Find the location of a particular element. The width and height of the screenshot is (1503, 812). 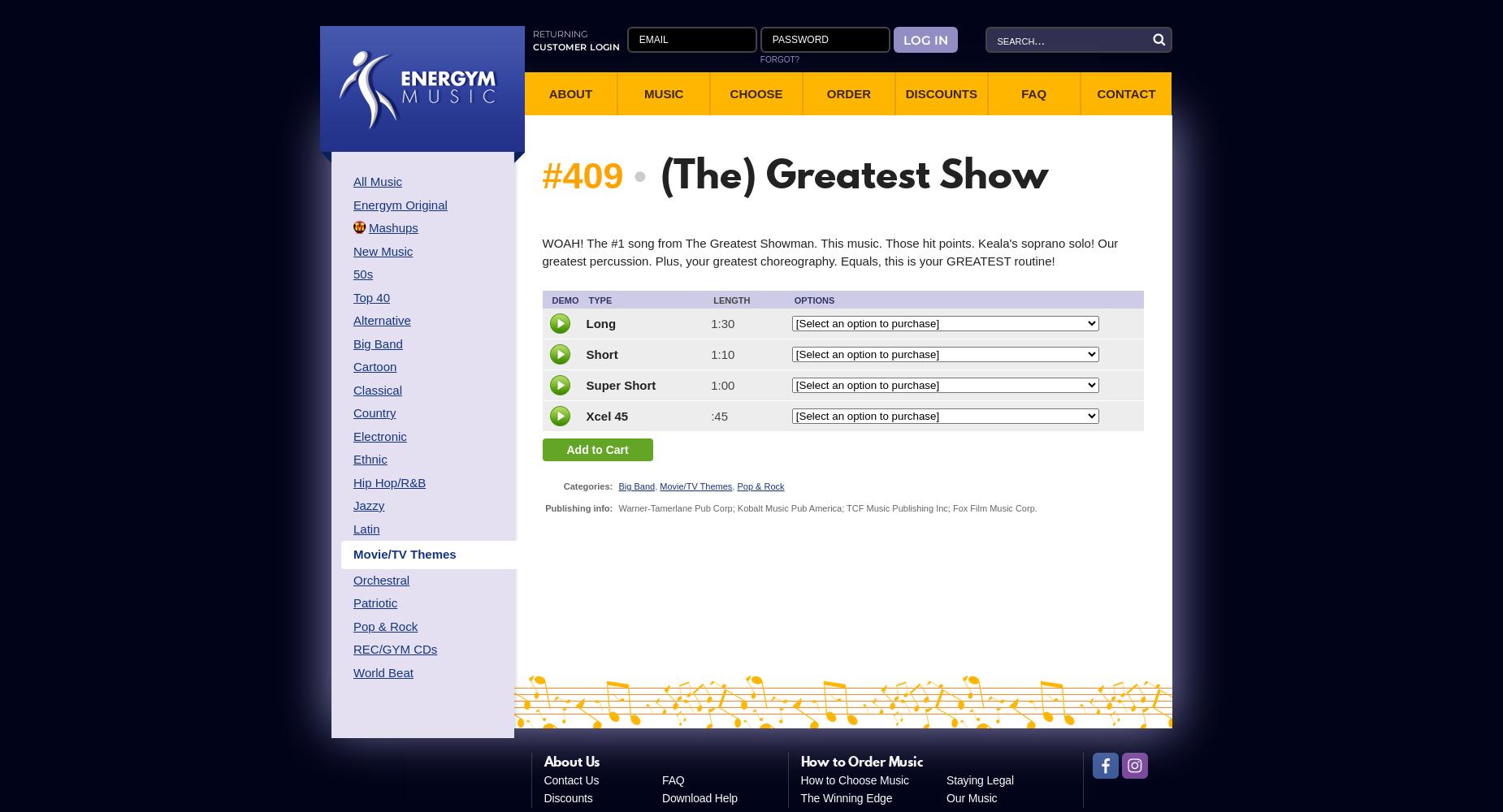

'50s' is located at coordinates (362, 273).